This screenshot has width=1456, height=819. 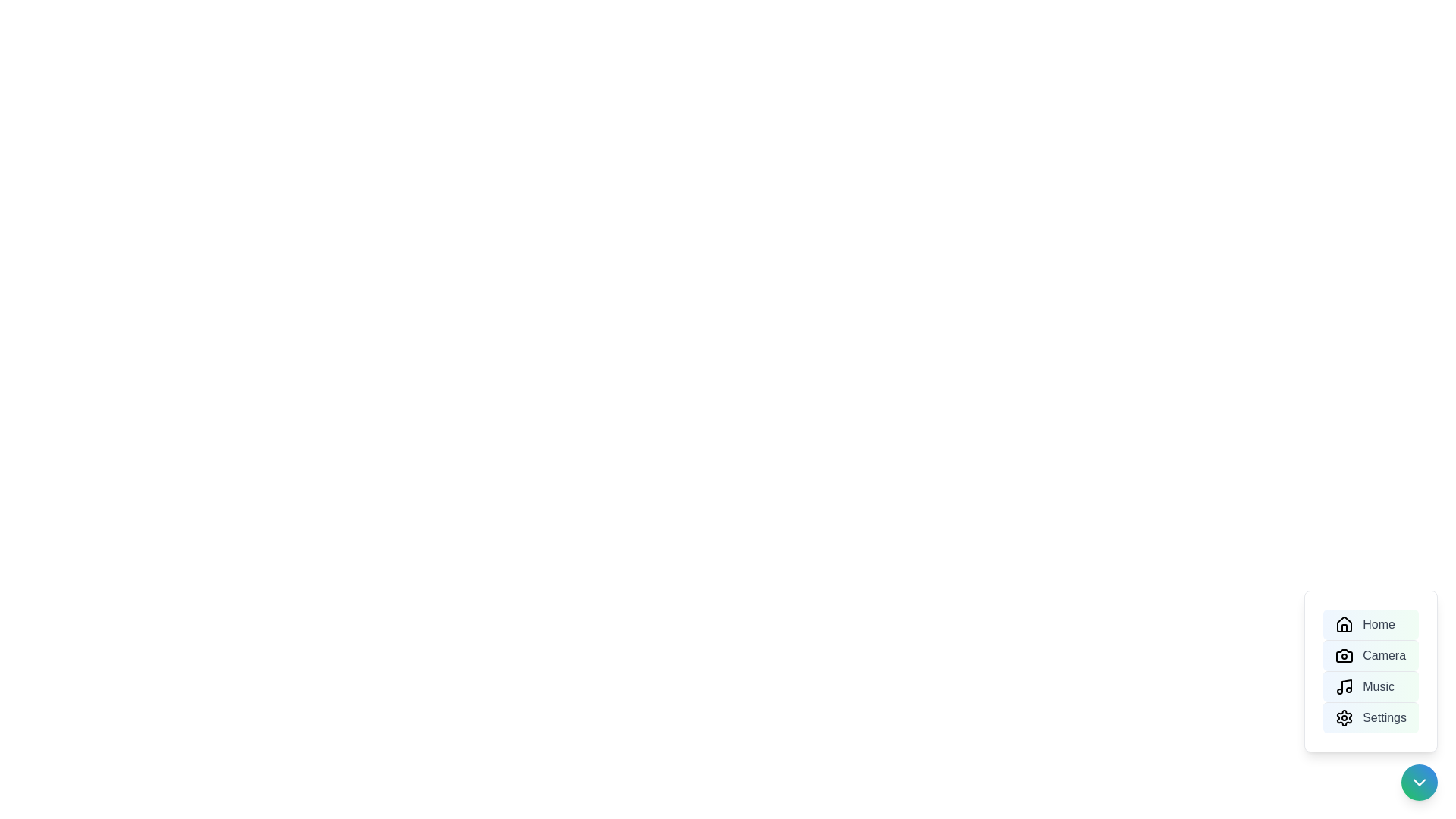 What do you see at coordinates (1371, 654) in the screenshot?
I see `the menu option labeled Camera to trigger its action` at bounding box center [1371, 654].